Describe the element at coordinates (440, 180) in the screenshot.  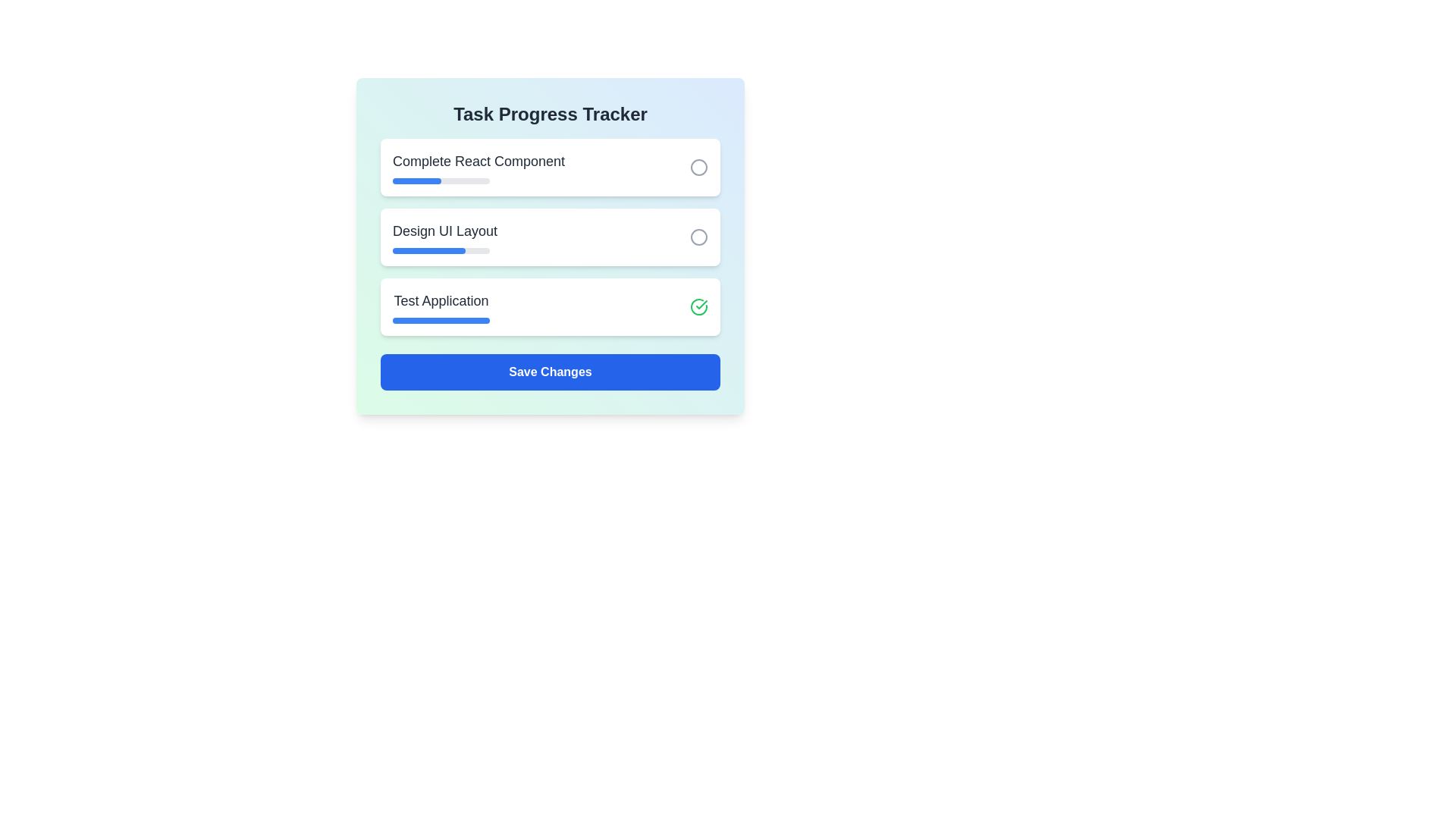
I see `the progress bar of the task to view its progress details` at that location.